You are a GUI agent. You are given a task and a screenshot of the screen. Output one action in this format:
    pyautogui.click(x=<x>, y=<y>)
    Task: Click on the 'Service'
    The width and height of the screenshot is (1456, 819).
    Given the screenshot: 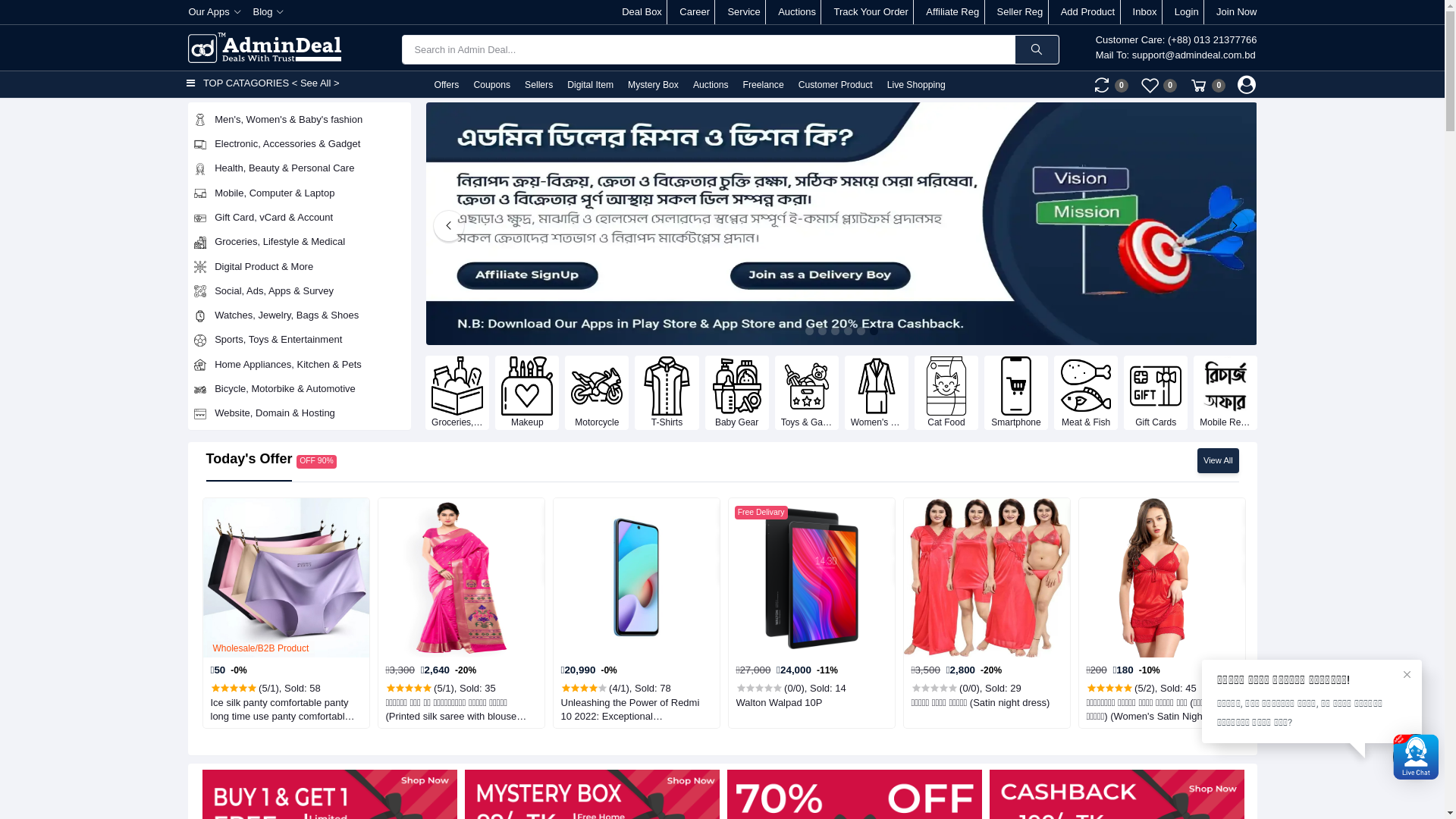 What is the action you would take?
    pyautogui.click(x=743, y=11)
    